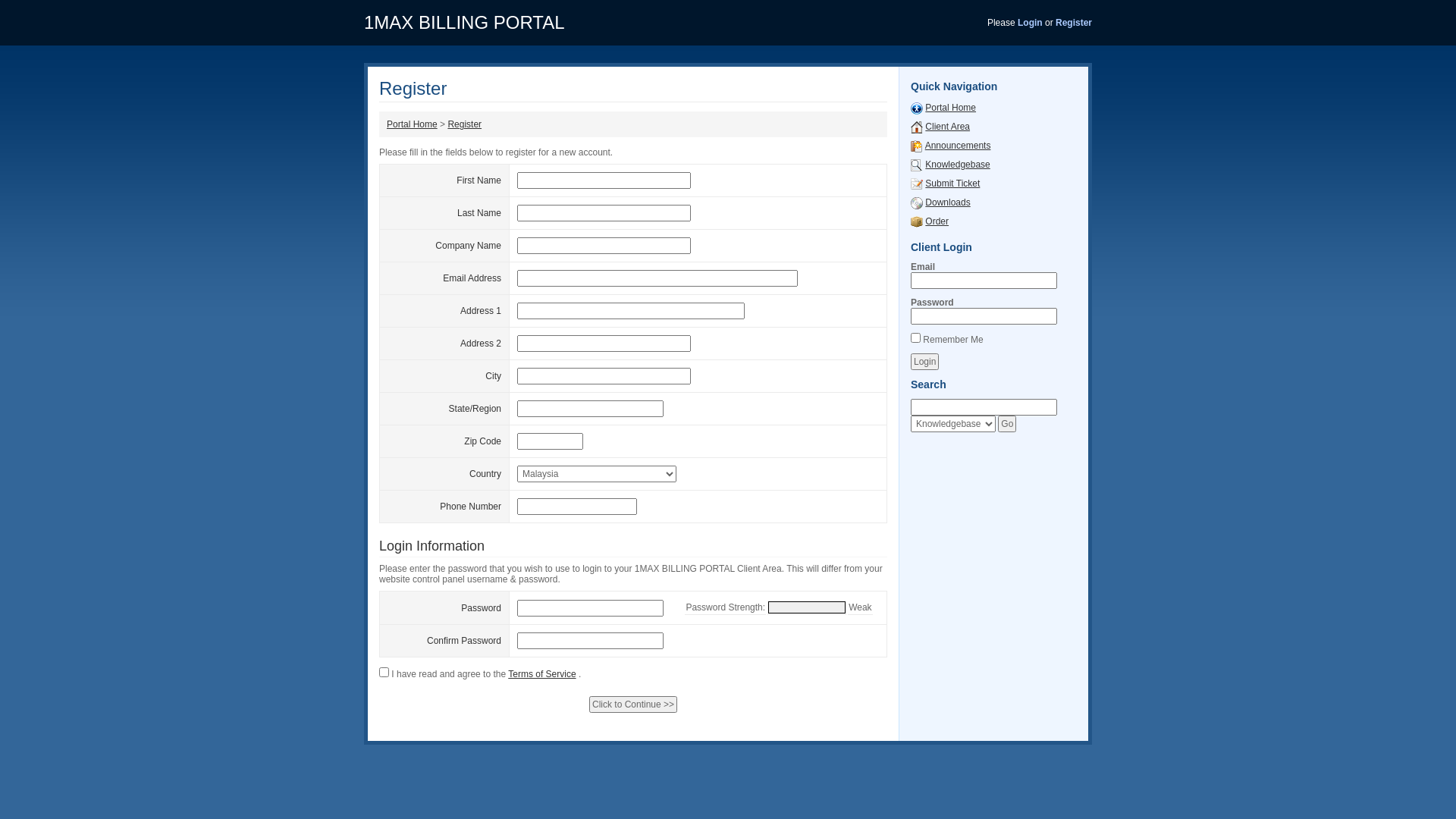 Image resolution: width=1456 pixels, height=819 pixels. I want to click on 'Knowledgebase', so click(916, 164).